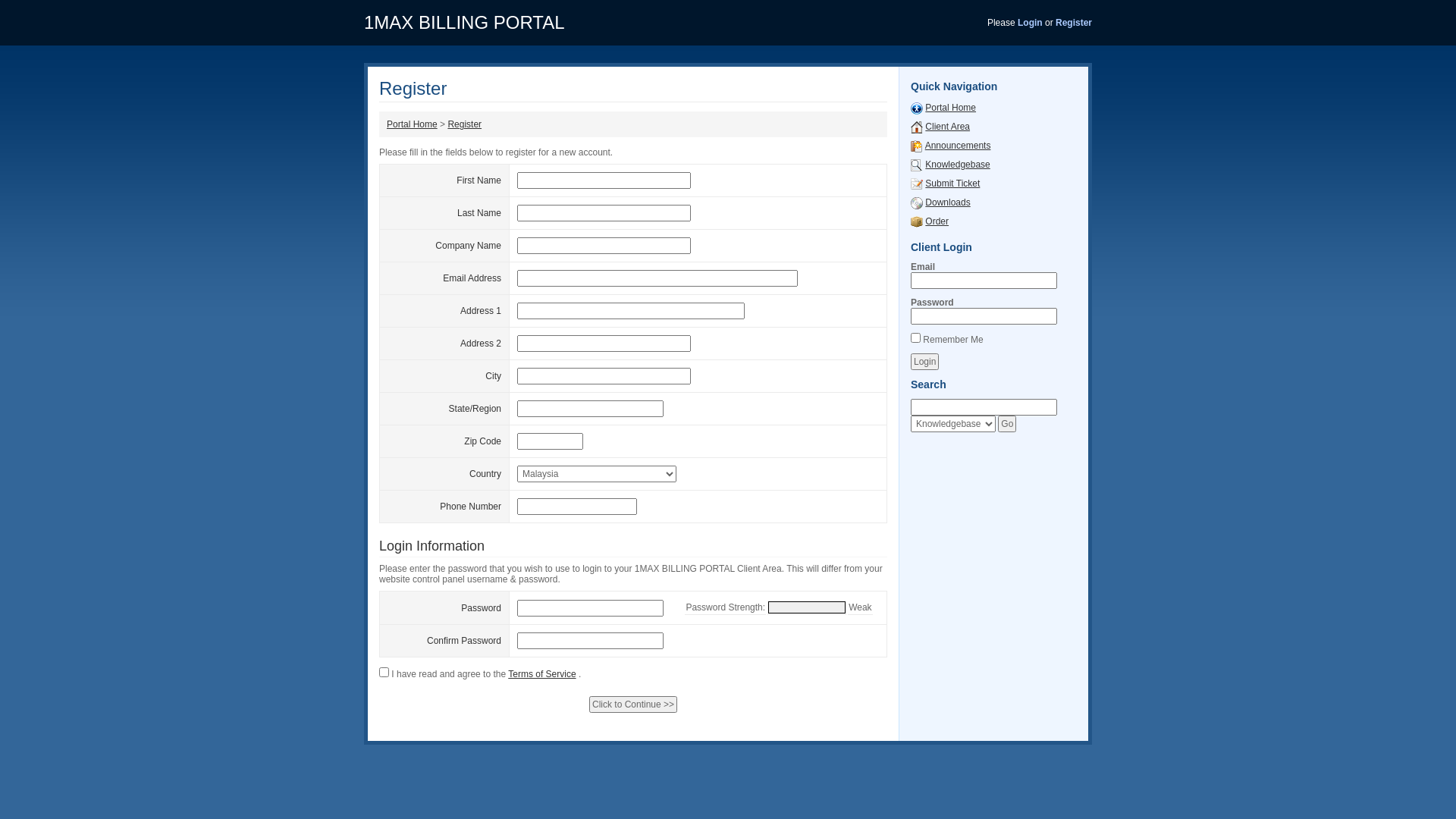 Image resolution: width=1456 pixels, height=819 pixels. I want to click on 'Knowledgebase', so click(916, 164).